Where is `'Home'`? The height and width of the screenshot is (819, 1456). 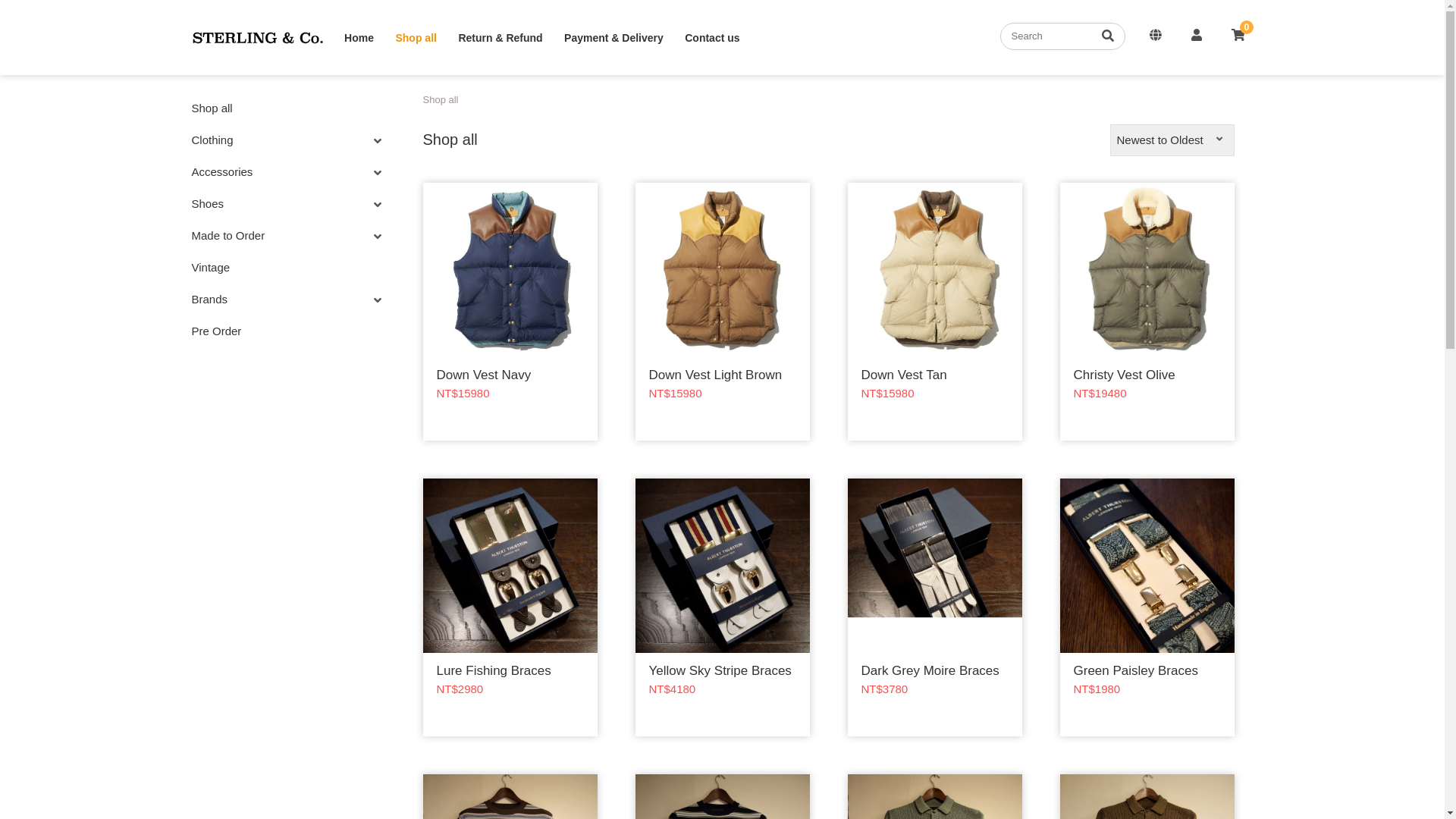
'Home' is located at coordinates (358, 37).